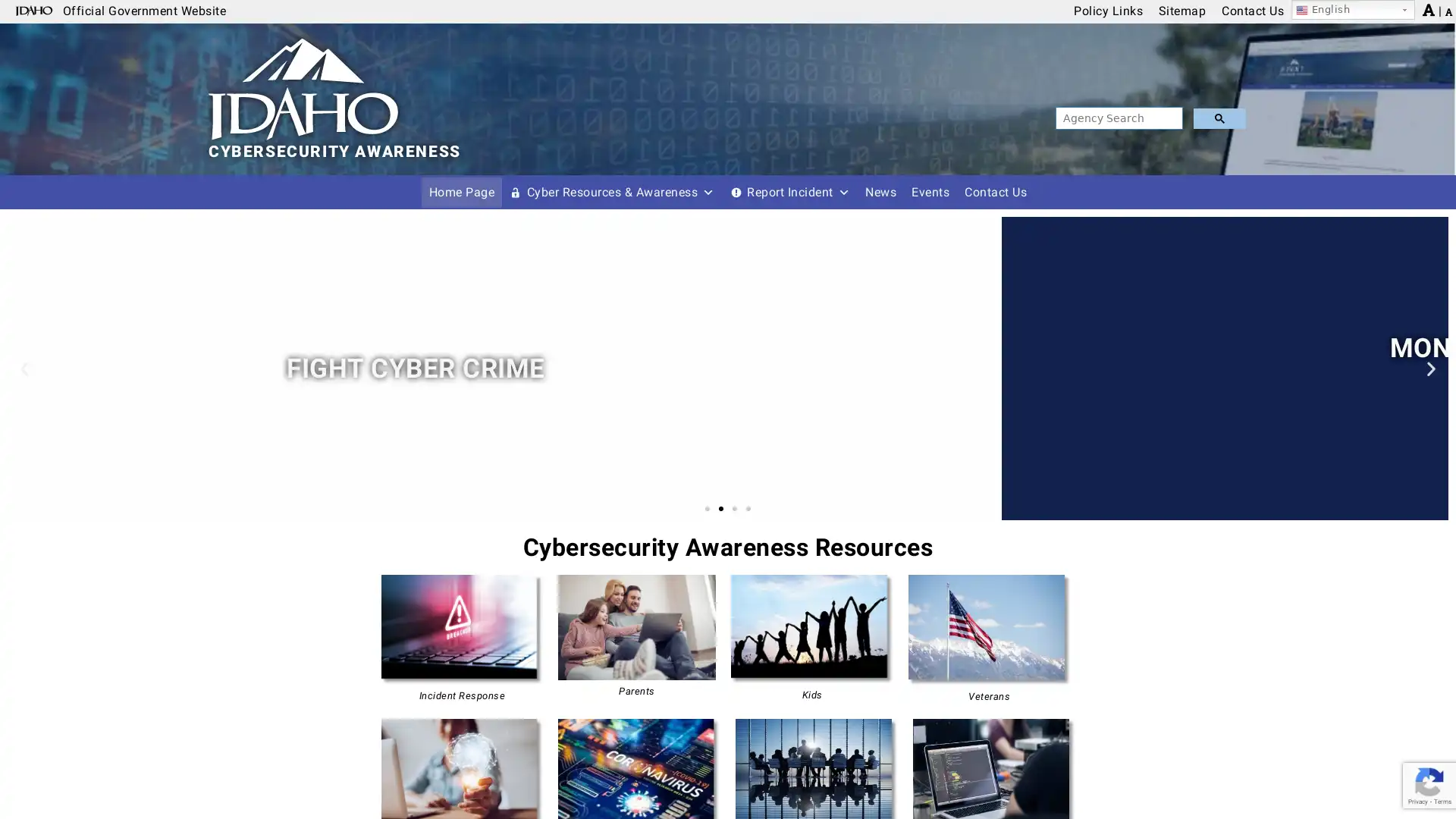  Describe the element at coordinates (1219, 118) in the screenshot. I see `search` at that location.